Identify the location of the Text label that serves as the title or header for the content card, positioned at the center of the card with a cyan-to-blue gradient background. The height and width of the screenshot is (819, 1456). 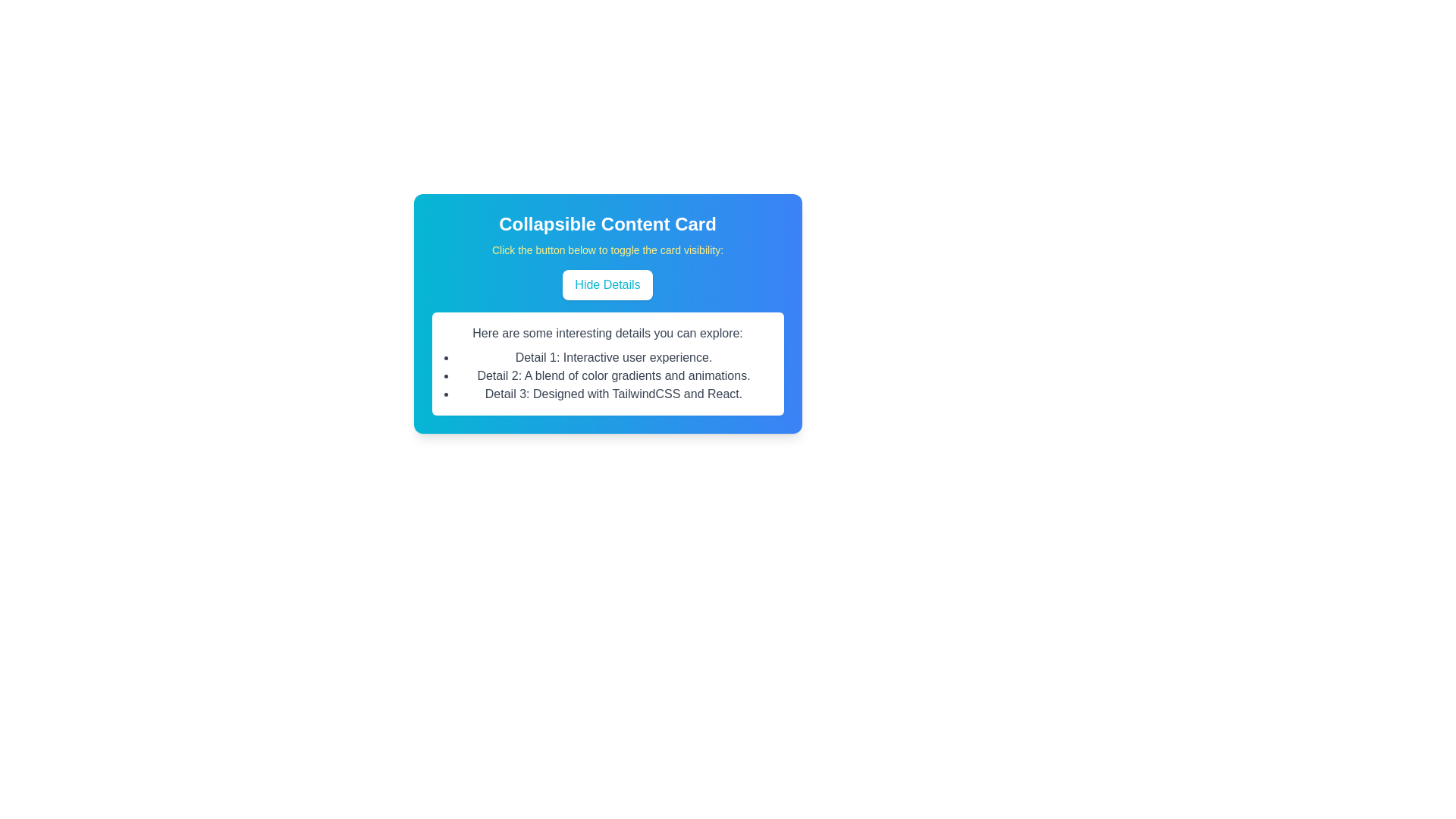
(607, 224).